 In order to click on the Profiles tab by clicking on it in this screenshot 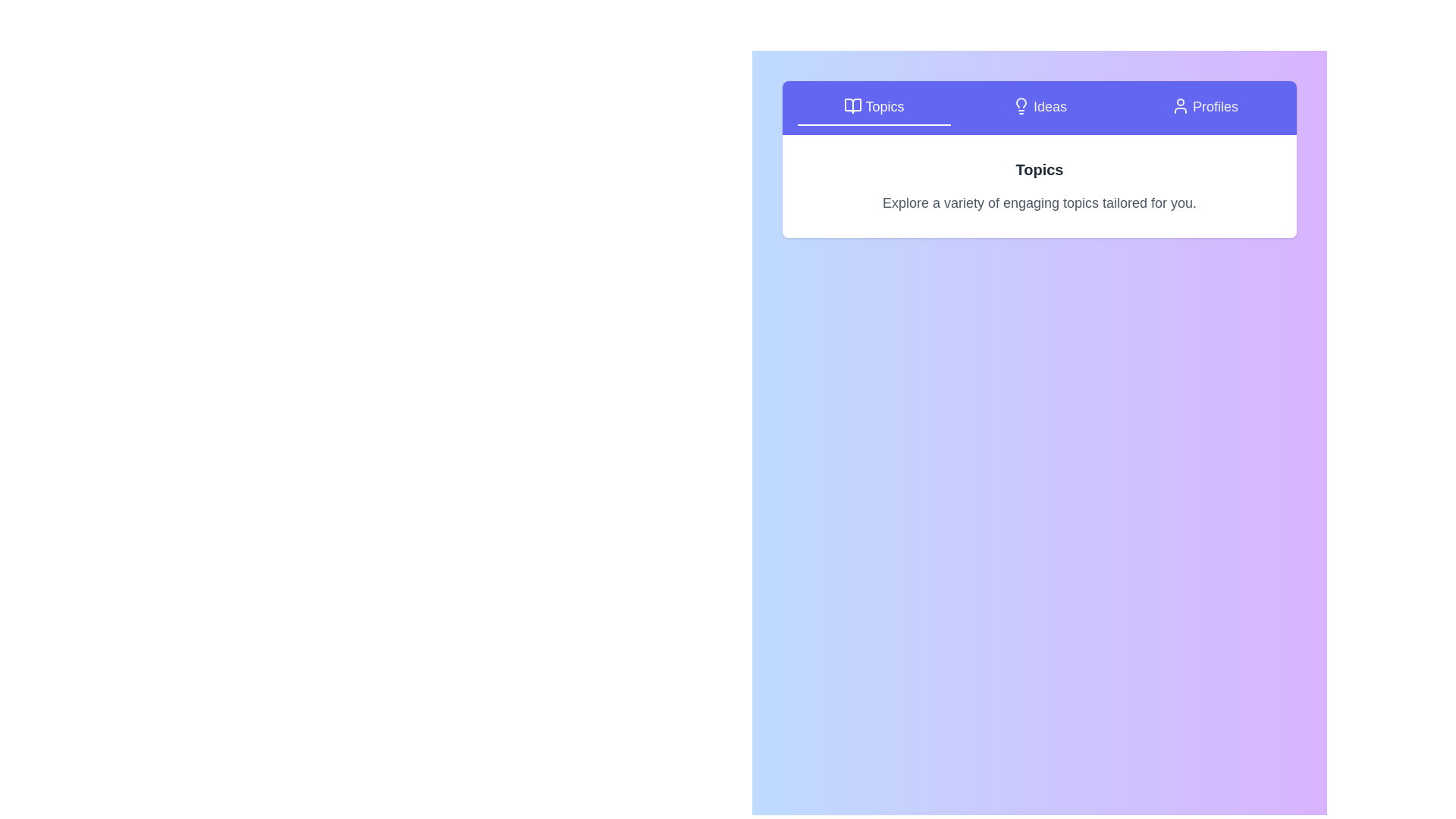, I will do `click(1203, 107)`.